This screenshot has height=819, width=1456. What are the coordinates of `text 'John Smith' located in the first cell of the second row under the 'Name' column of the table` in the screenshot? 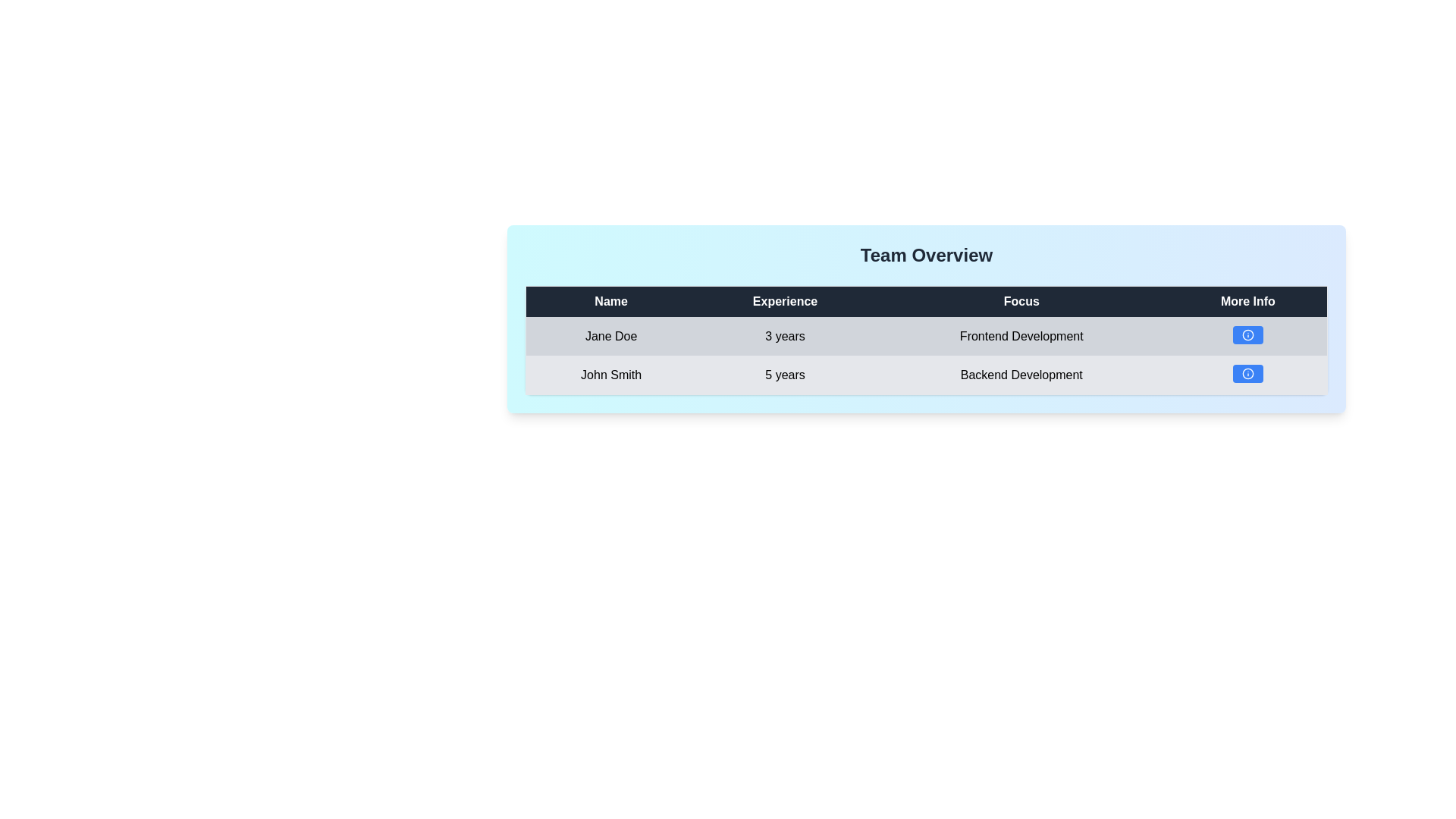 It's located at (610, 375).